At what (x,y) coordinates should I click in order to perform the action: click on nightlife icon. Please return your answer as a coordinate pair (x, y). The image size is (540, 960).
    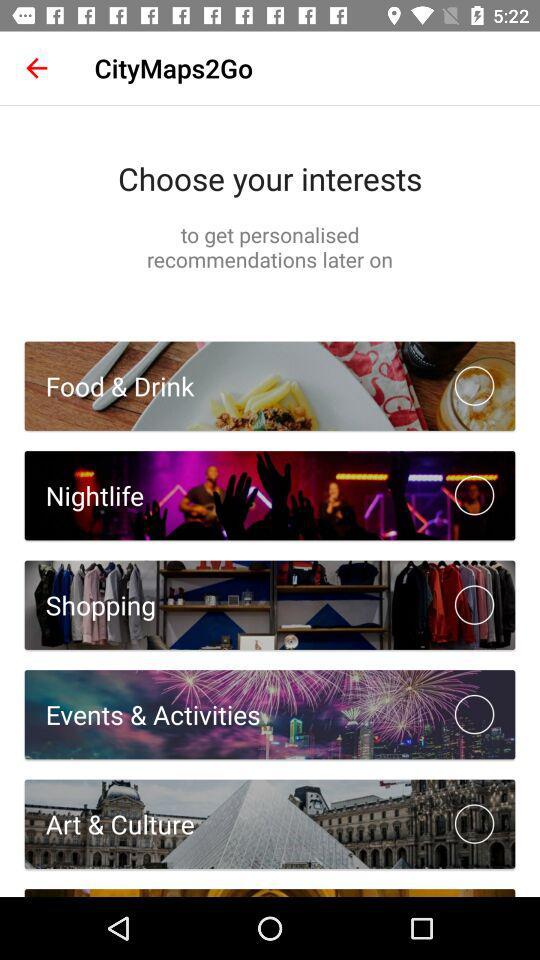
    Looking at the image, I should click on (83, 494).